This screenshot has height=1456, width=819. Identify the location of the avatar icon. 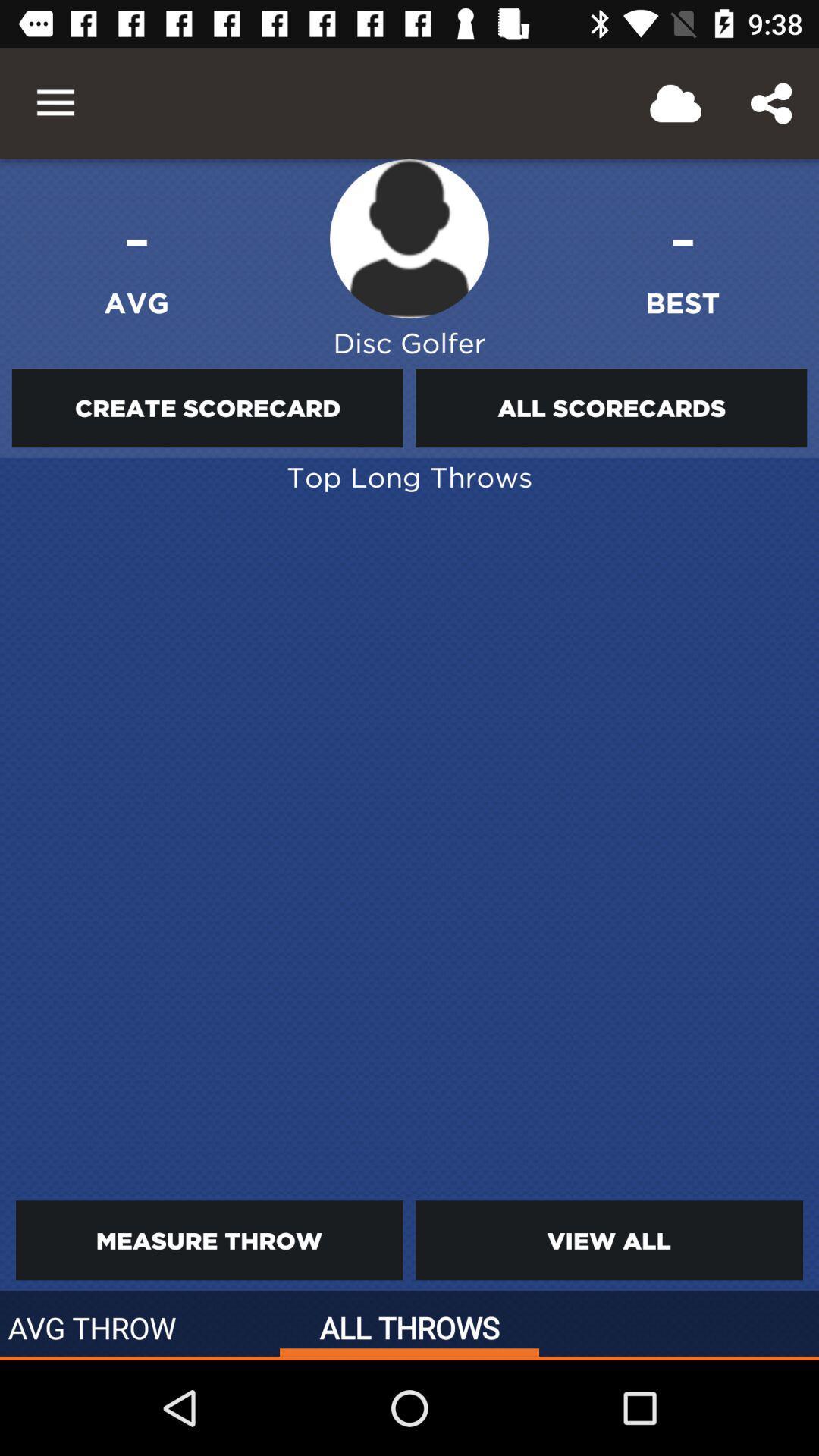
(409, 238).